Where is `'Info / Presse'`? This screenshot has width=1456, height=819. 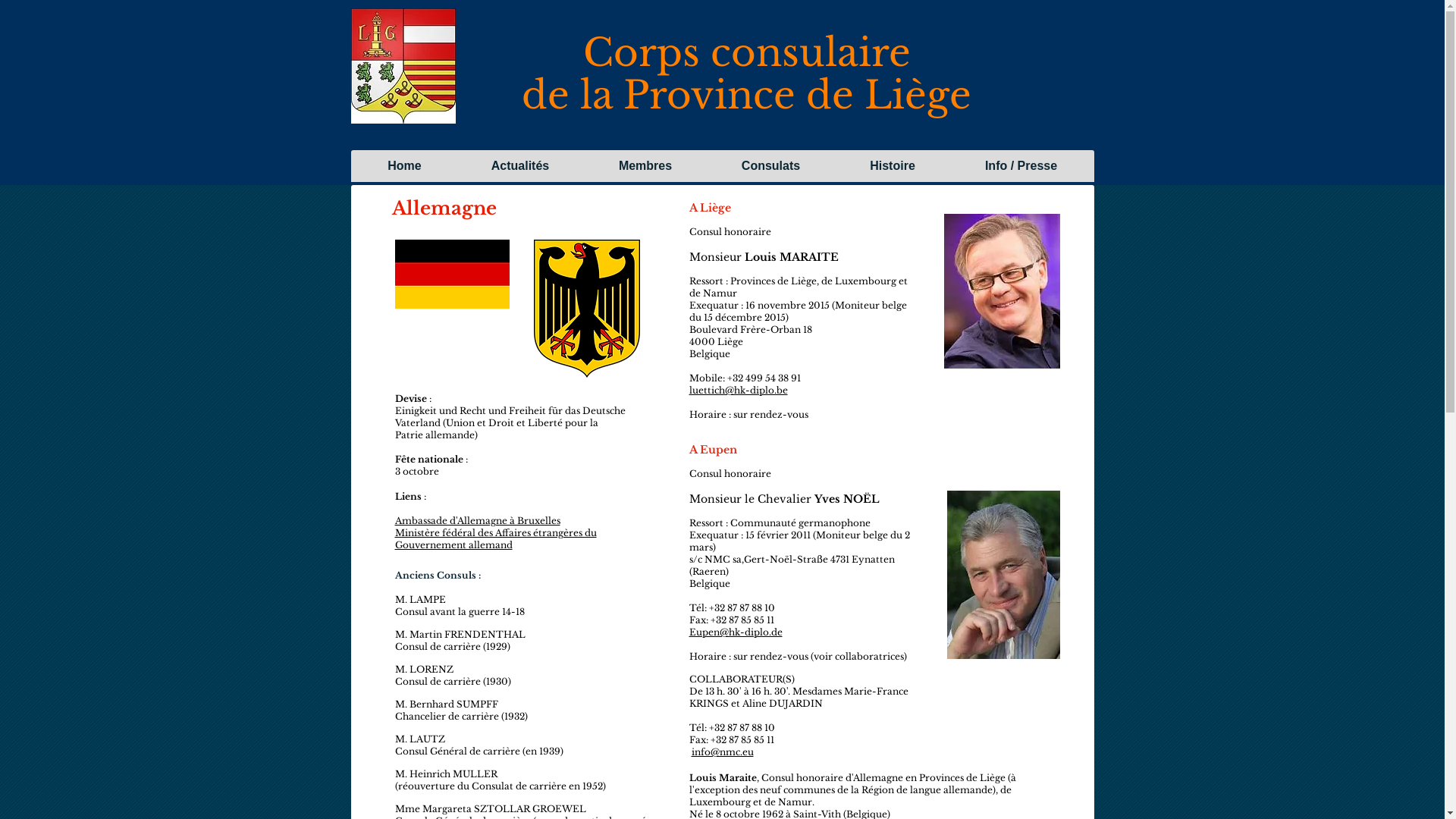
'Info / Presse' is located at coordinates (1020, 166).